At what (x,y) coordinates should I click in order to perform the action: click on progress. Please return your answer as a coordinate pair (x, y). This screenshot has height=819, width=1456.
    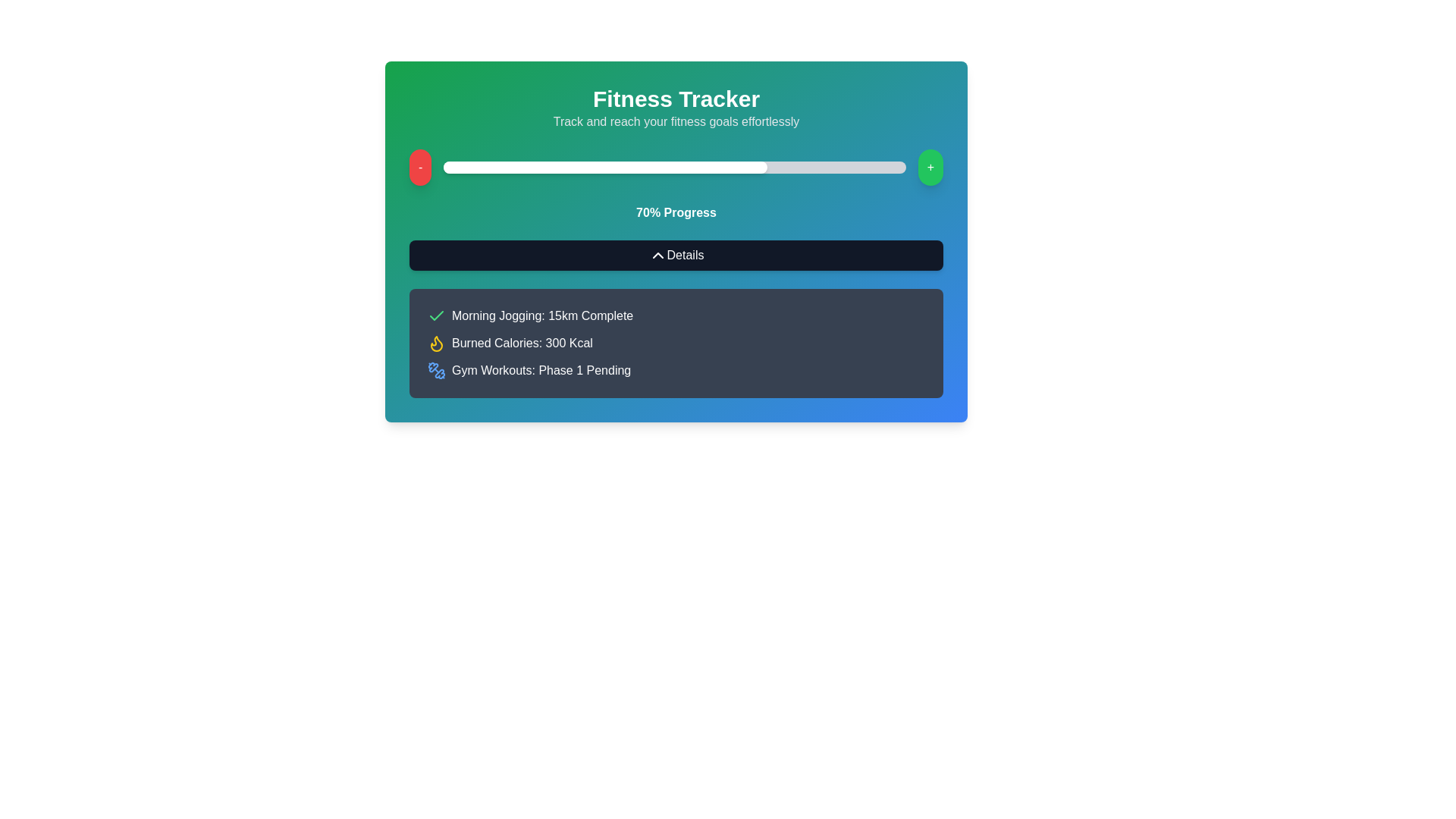
    Looking at the image, I should click on (692, 167).